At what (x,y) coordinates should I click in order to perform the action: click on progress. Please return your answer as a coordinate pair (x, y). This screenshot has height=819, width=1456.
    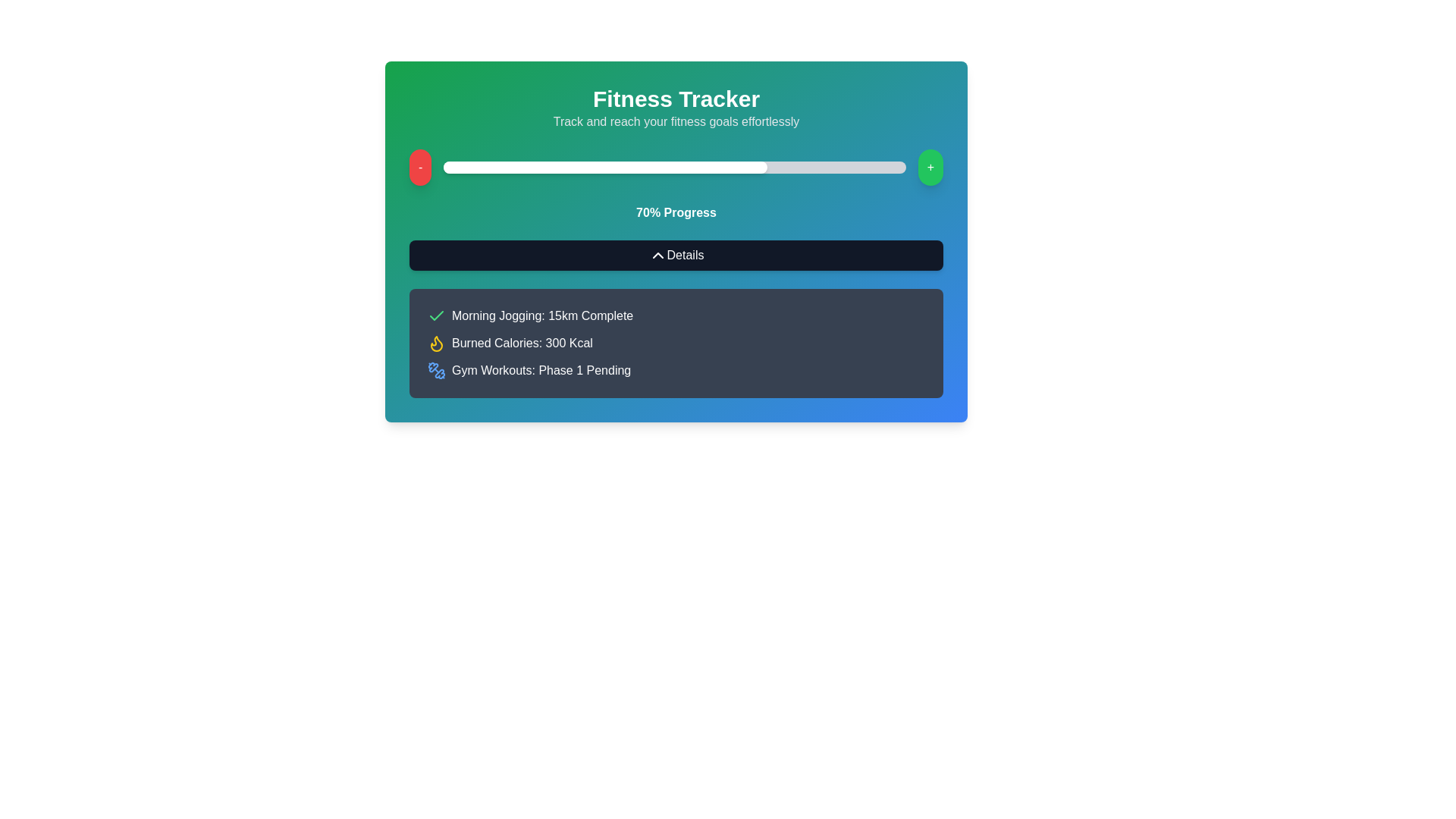
    Looking at the image, I should click on (692, 167).